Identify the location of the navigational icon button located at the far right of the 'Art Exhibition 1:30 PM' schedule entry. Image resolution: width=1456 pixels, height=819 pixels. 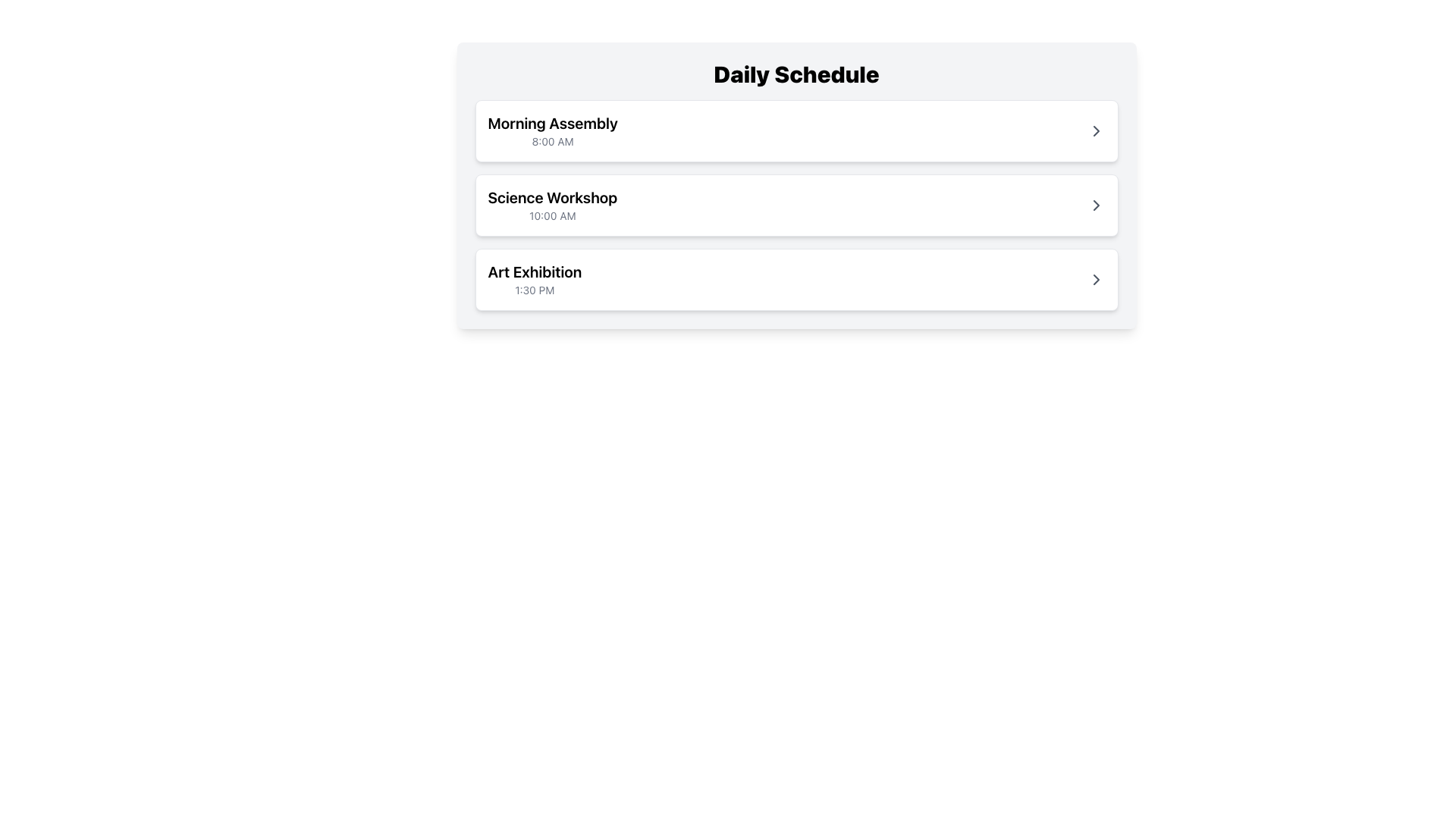
(1096, 280).